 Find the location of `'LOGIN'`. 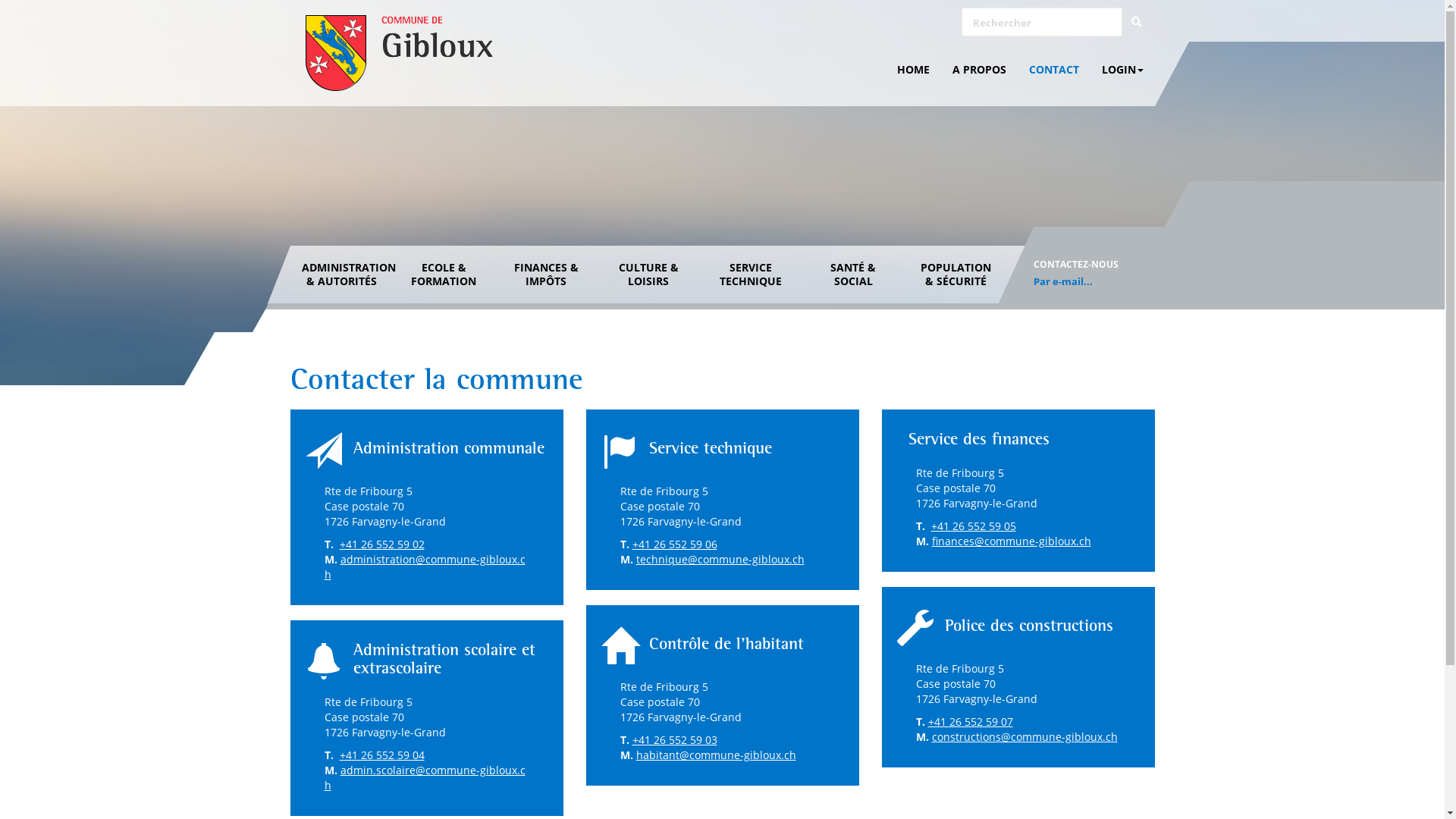

'LOGIN' is located at coordinates (1090, 70).